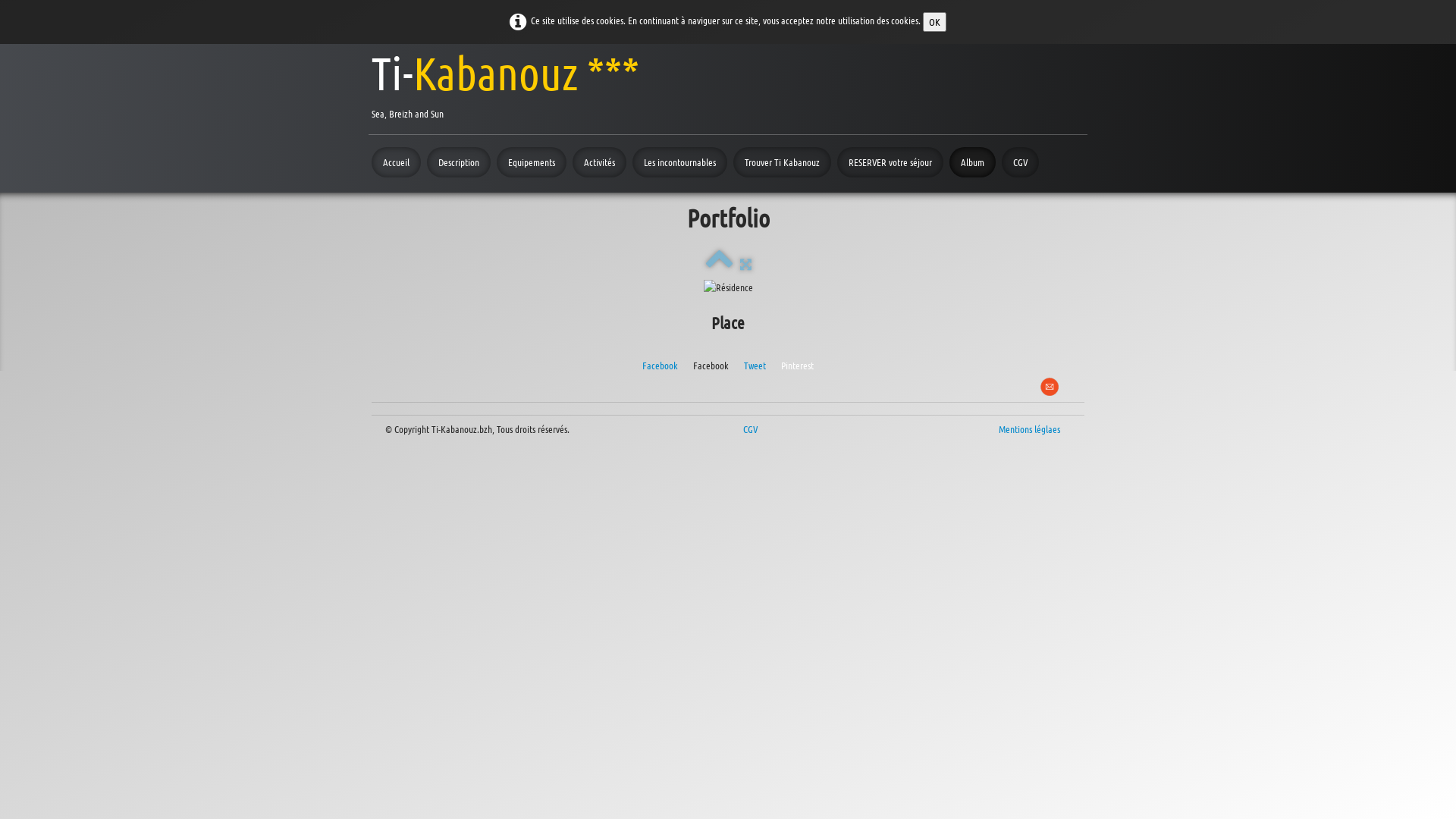  What do you see at coordinates (972, 162) in the screenshot?
I see `'Album'` at bounding box center [972, 162].